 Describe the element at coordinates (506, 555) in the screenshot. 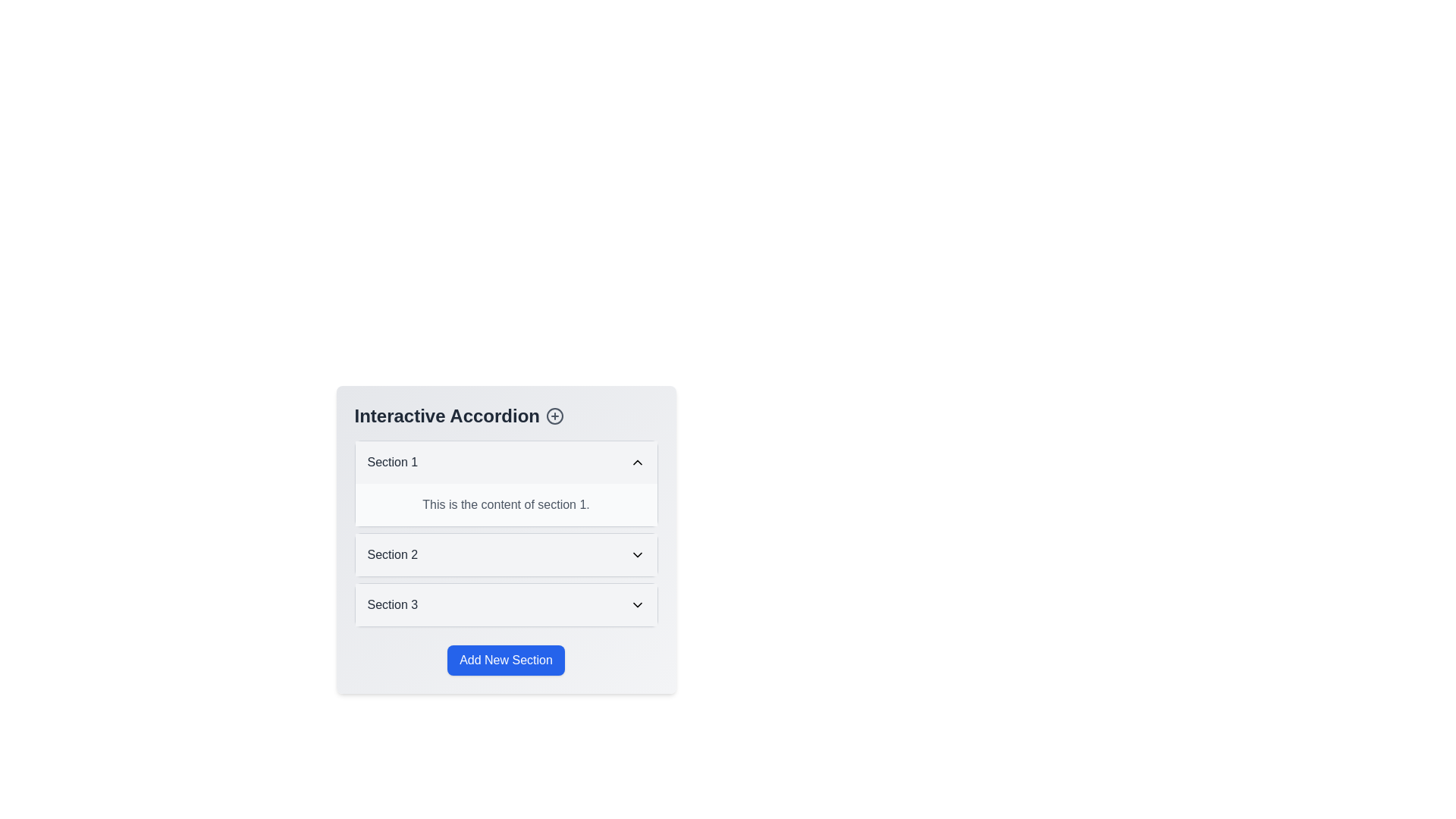

I see `the Accordion Section Header labeled 'Section 2' for accessibility interactions by moving the cursor to its center` at that location.